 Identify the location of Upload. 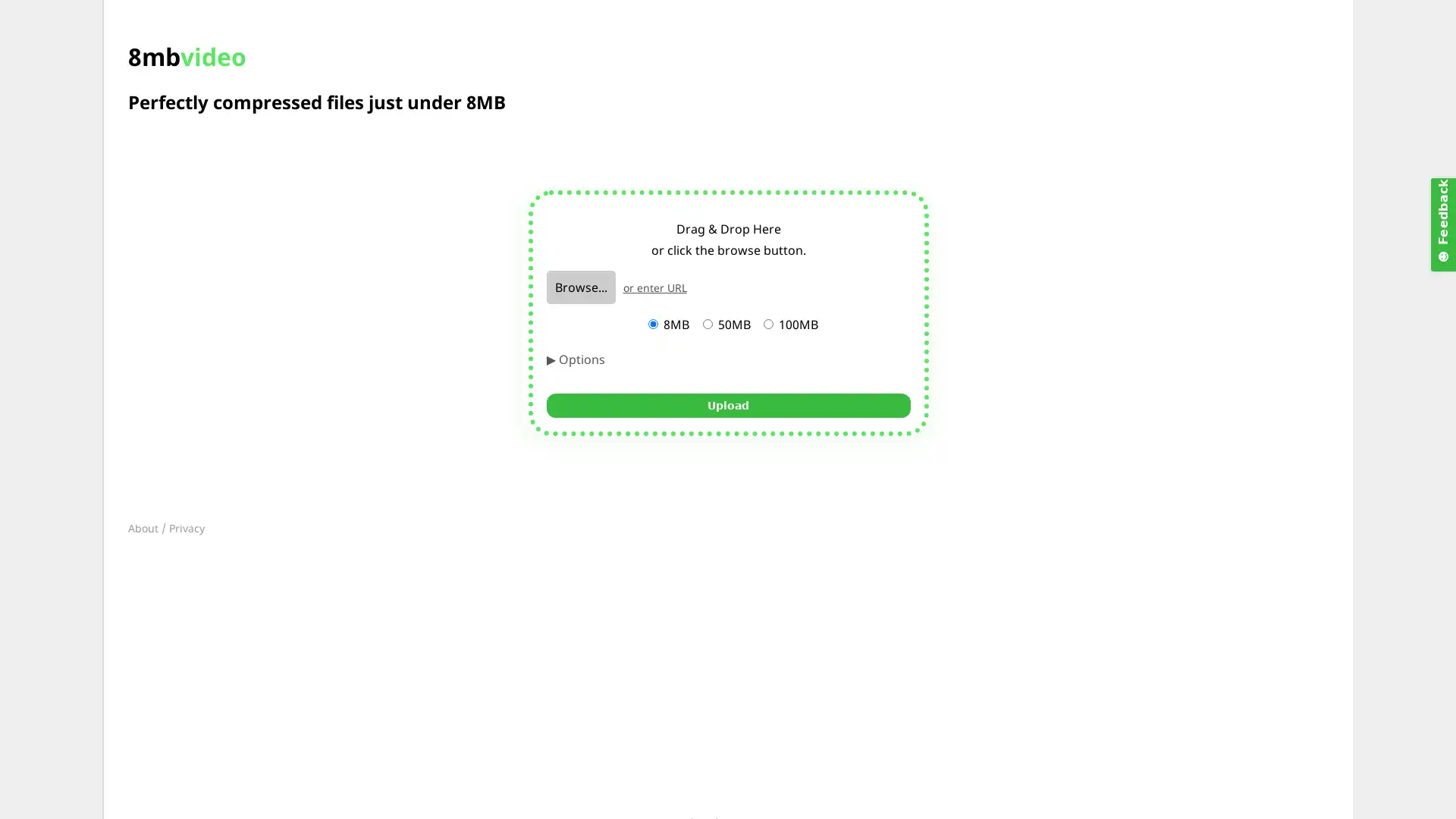
(728, 403).